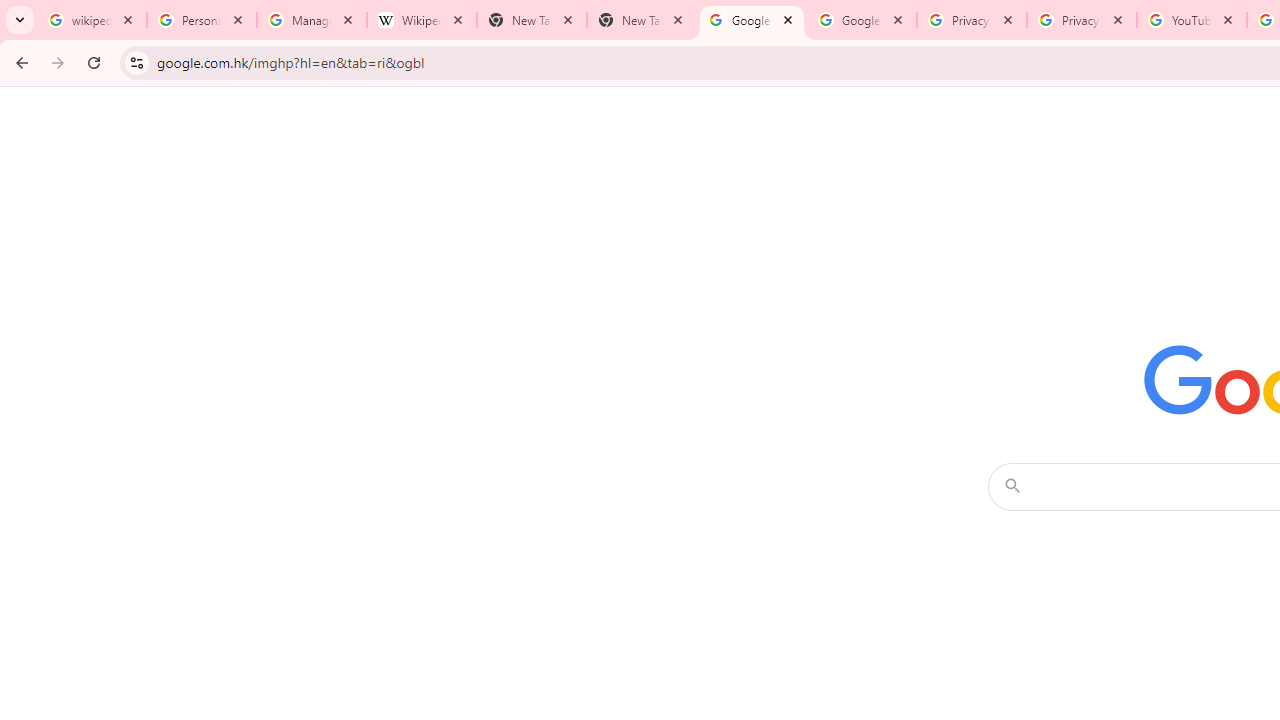 This screenshot has width=1280, height=720. What do you see at coordinates (19, 61) in the screenshot?
I see `'Back'` at bounding box center [19, 61].